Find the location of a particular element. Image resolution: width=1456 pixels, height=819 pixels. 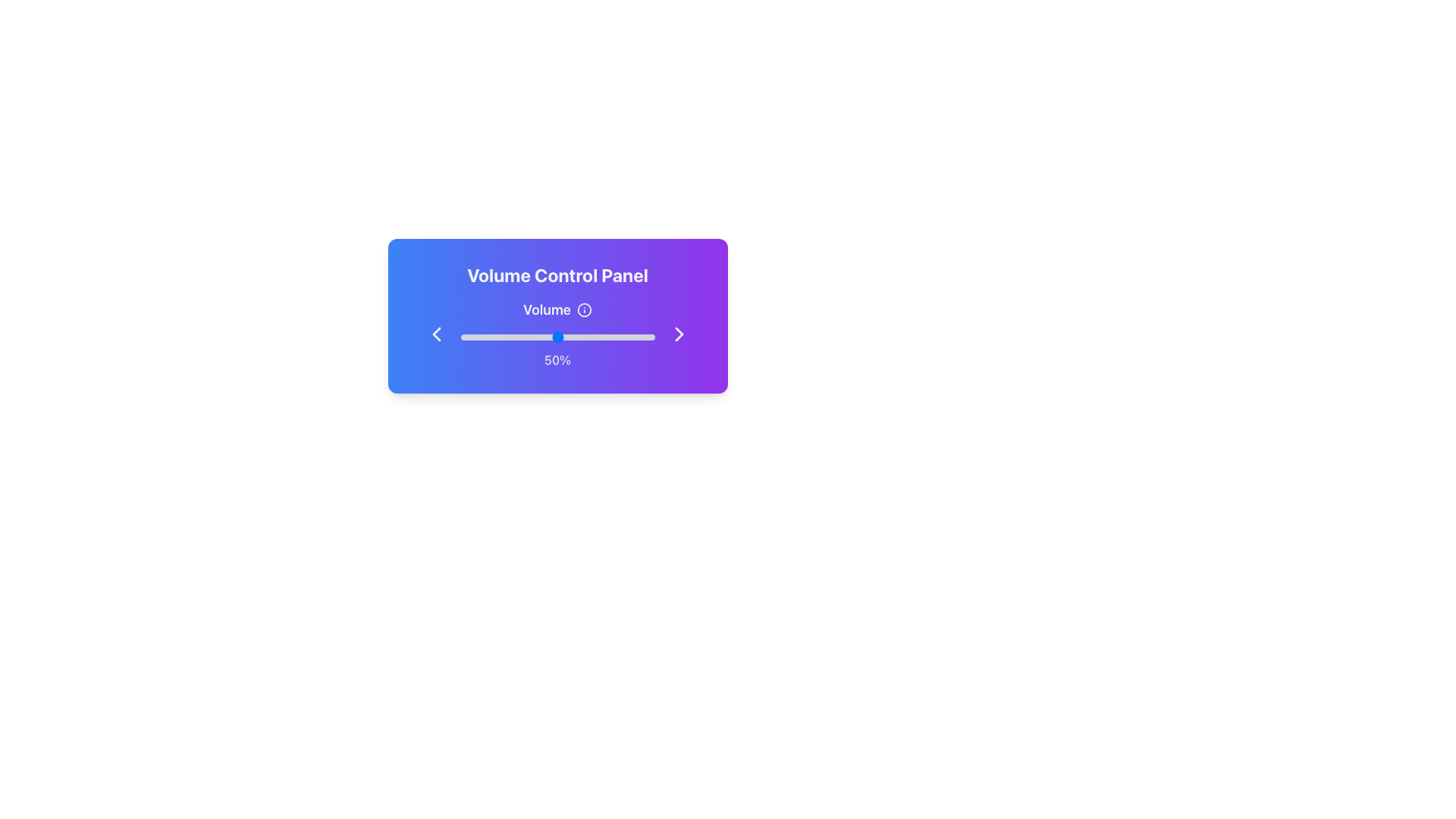

the slider is located at coordinates (641, 336).